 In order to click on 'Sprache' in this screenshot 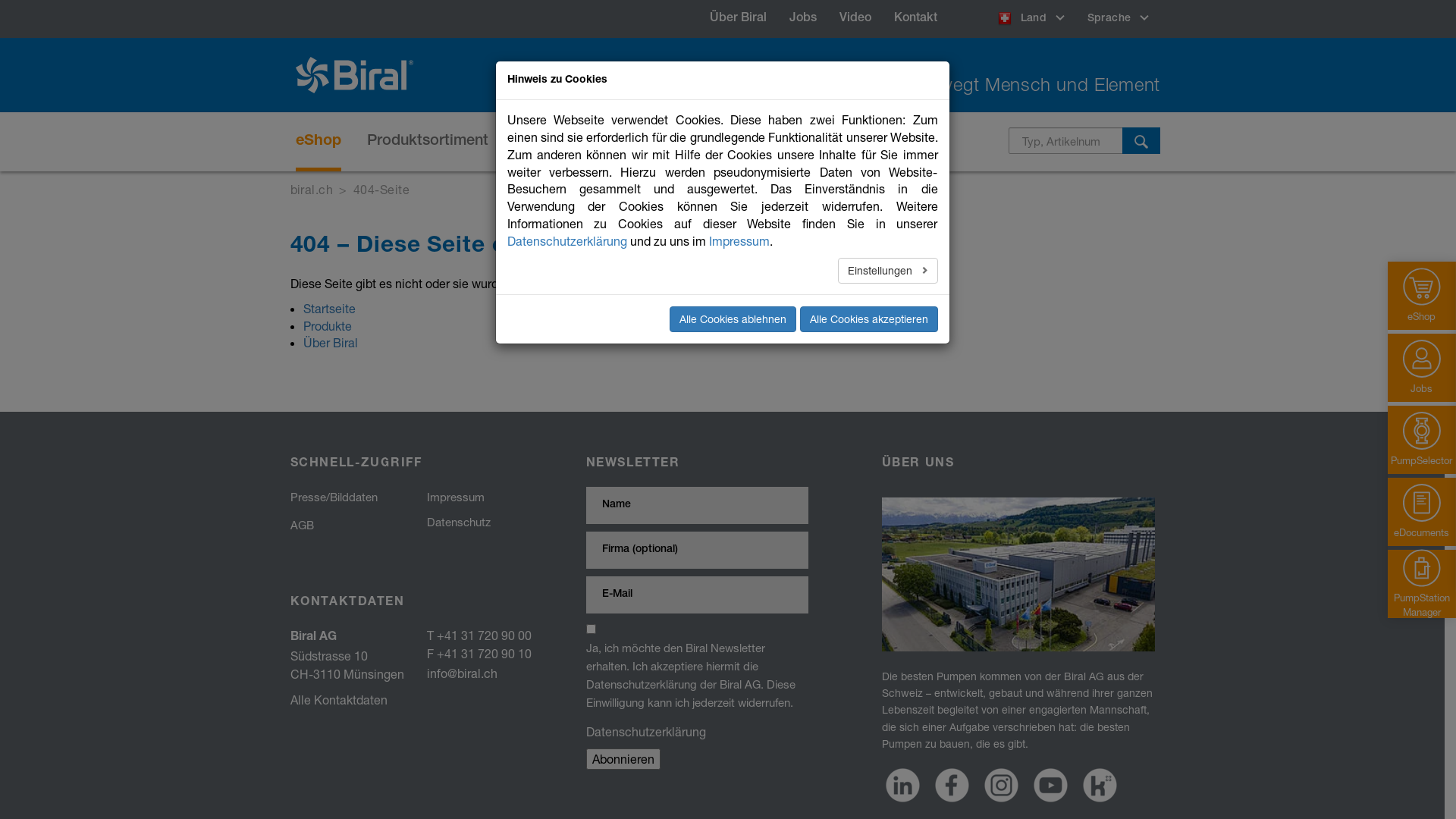, I will do `click(1075, 18)`.